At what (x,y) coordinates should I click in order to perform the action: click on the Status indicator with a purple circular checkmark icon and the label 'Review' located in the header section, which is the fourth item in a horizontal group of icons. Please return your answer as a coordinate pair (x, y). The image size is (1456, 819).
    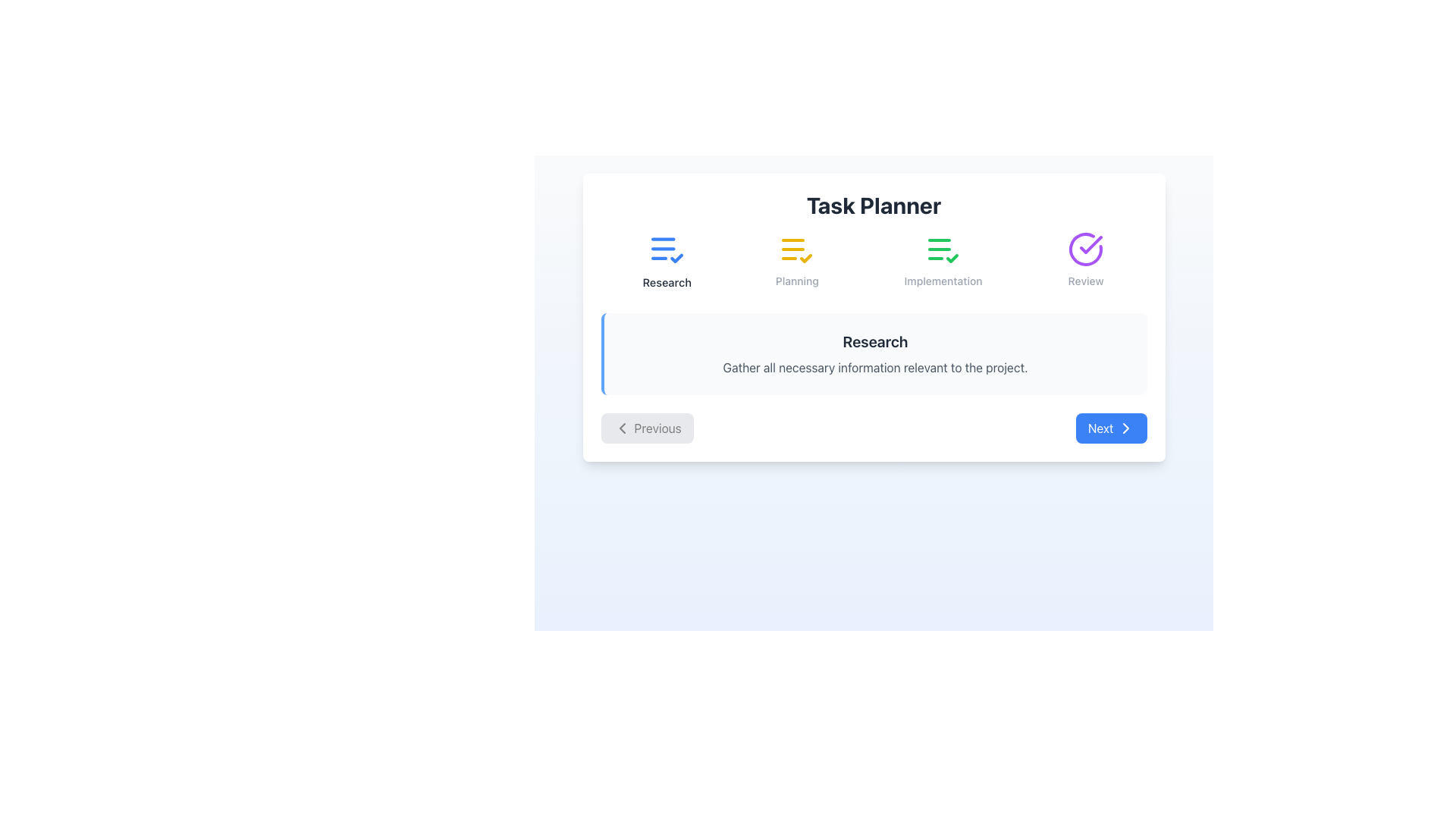
    Looking at the image, I should click on (1085, 259).